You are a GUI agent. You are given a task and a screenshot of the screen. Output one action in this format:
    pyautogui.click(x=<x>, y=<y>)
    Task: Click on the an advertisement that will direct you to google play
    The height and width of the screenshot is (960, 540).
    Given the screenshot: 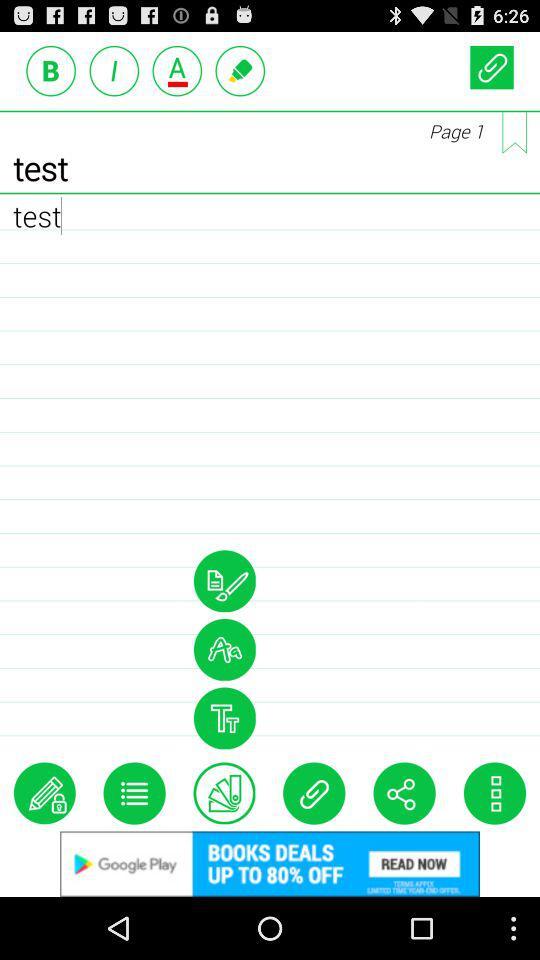 What is the action you would take?
    pyautogui.click(x=270, y=863)
    